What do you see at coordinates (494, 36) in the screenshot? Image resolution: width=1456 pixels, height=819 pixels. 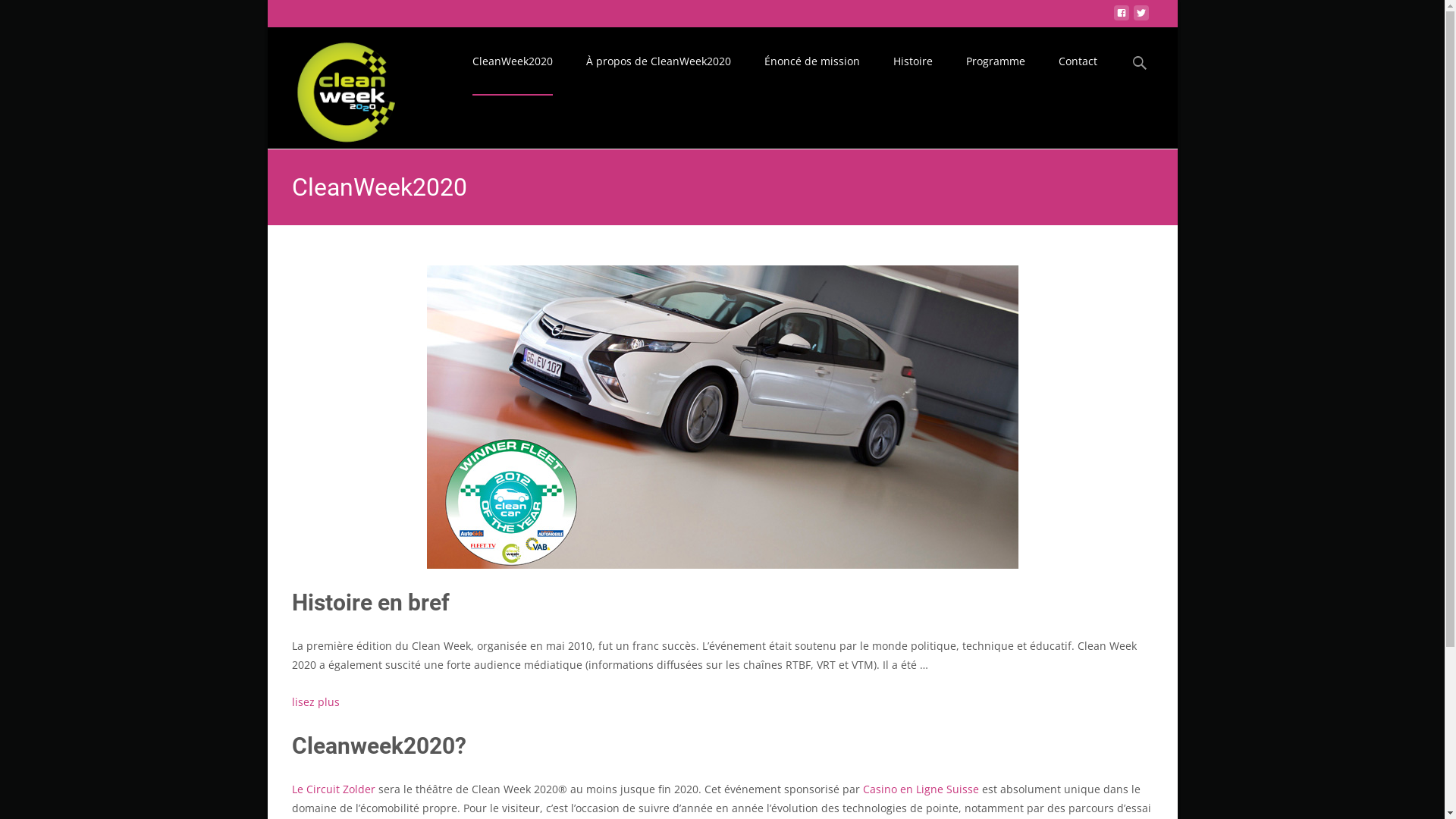 I see `'Skip to content'` at bounding box center [494, 36].